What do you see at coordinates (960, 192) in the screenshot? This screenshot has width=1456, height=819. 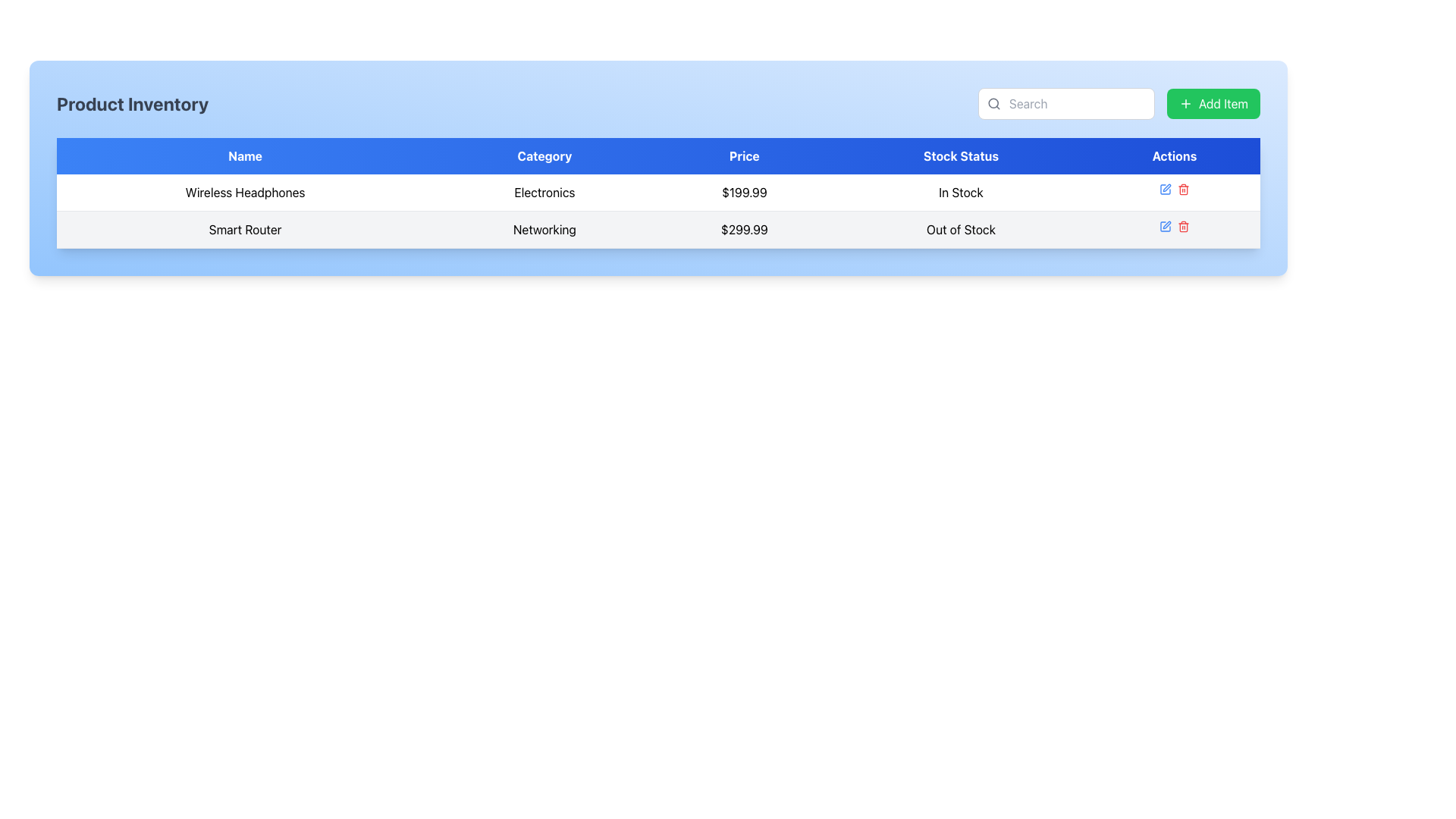 I see `the 'In Stock' text label, which is styled in black font on a white background and located in the last cell of the fourth column in the first row of the table` at bounding box center [960, 192].